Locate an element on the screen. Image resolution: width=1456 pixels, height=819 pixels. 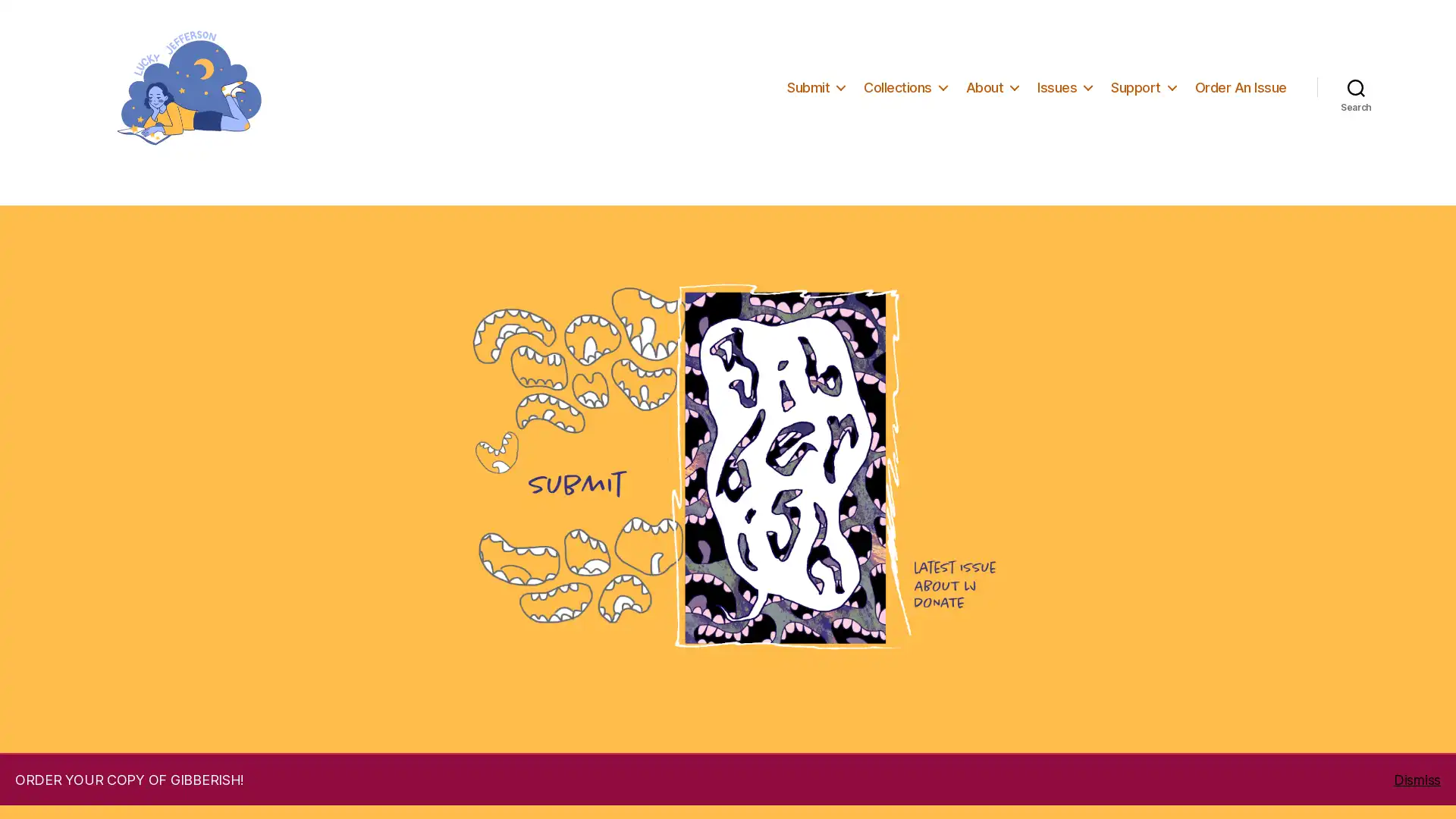
Search is located at coordinates (1356, 87).